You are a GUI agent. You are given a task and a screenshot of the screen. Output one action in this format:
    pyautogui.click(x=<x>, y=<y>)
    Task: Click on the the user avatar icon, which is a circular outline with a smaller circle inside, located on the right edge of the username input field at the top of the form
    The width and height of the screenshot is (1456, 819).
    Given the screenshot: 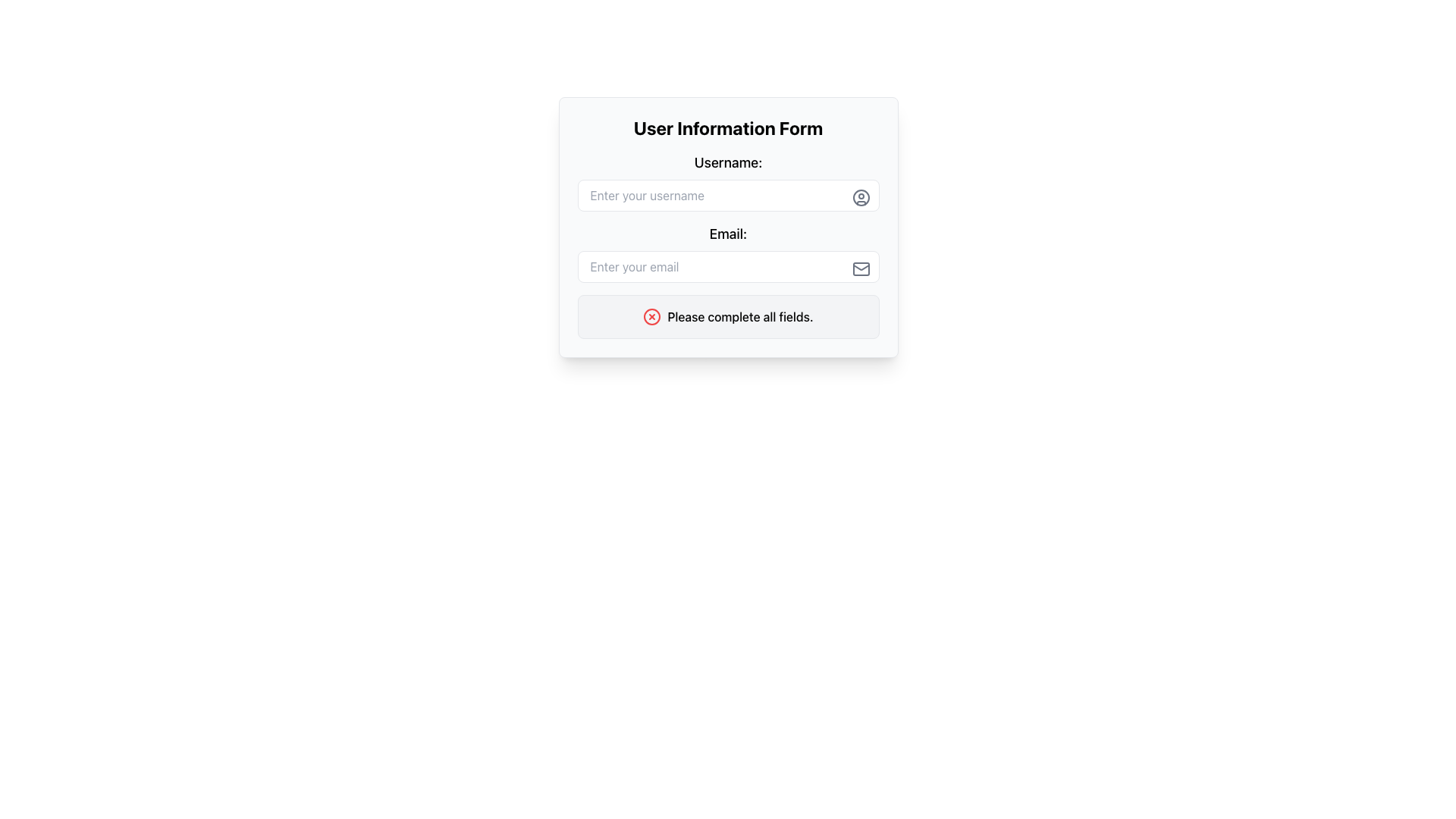 What is the action you would take?
    pyautogui.click(x=861, y=197)
    